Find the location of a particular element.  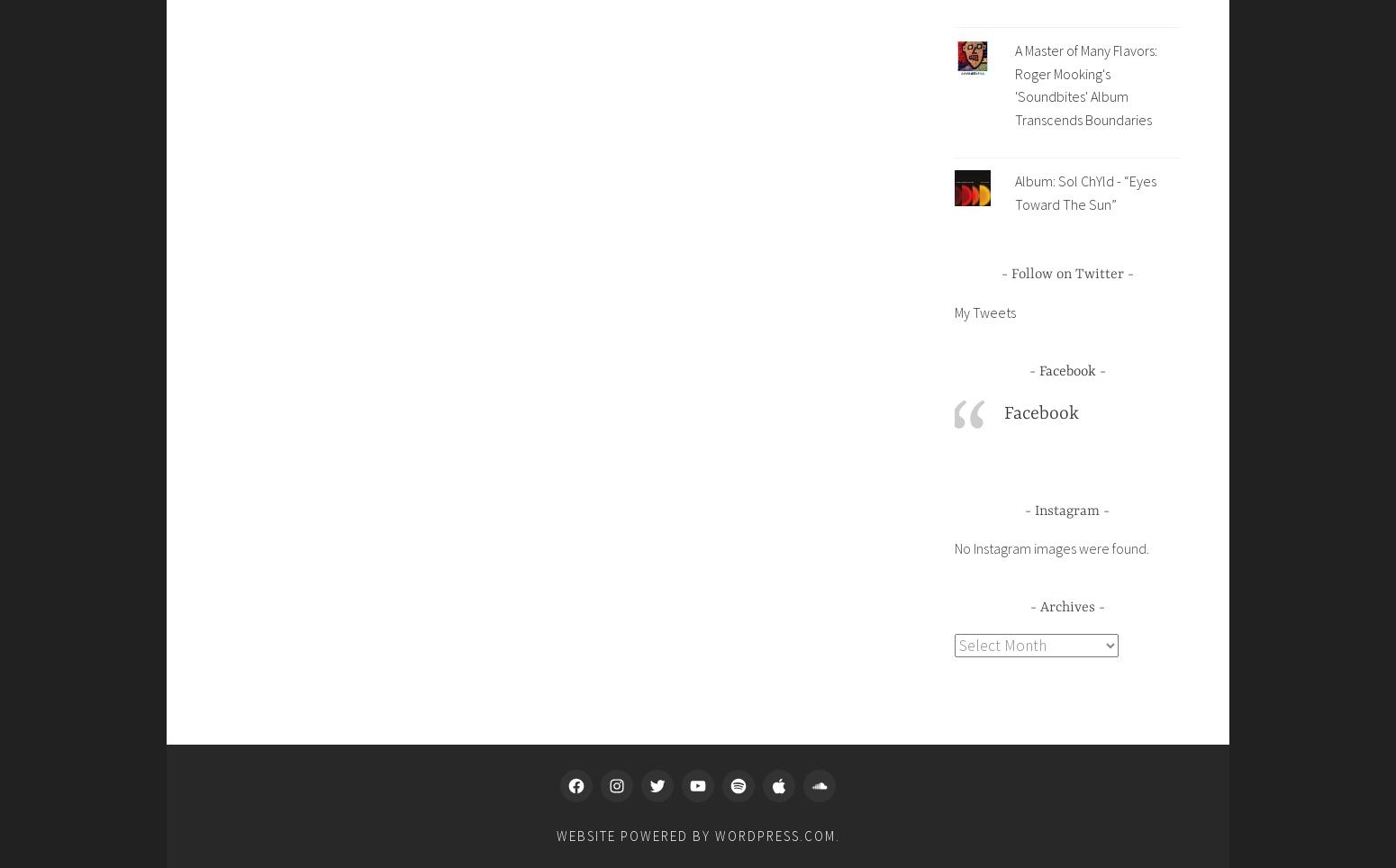

'Website Powered by WordPress.com' is located at coordinates (695, 836).